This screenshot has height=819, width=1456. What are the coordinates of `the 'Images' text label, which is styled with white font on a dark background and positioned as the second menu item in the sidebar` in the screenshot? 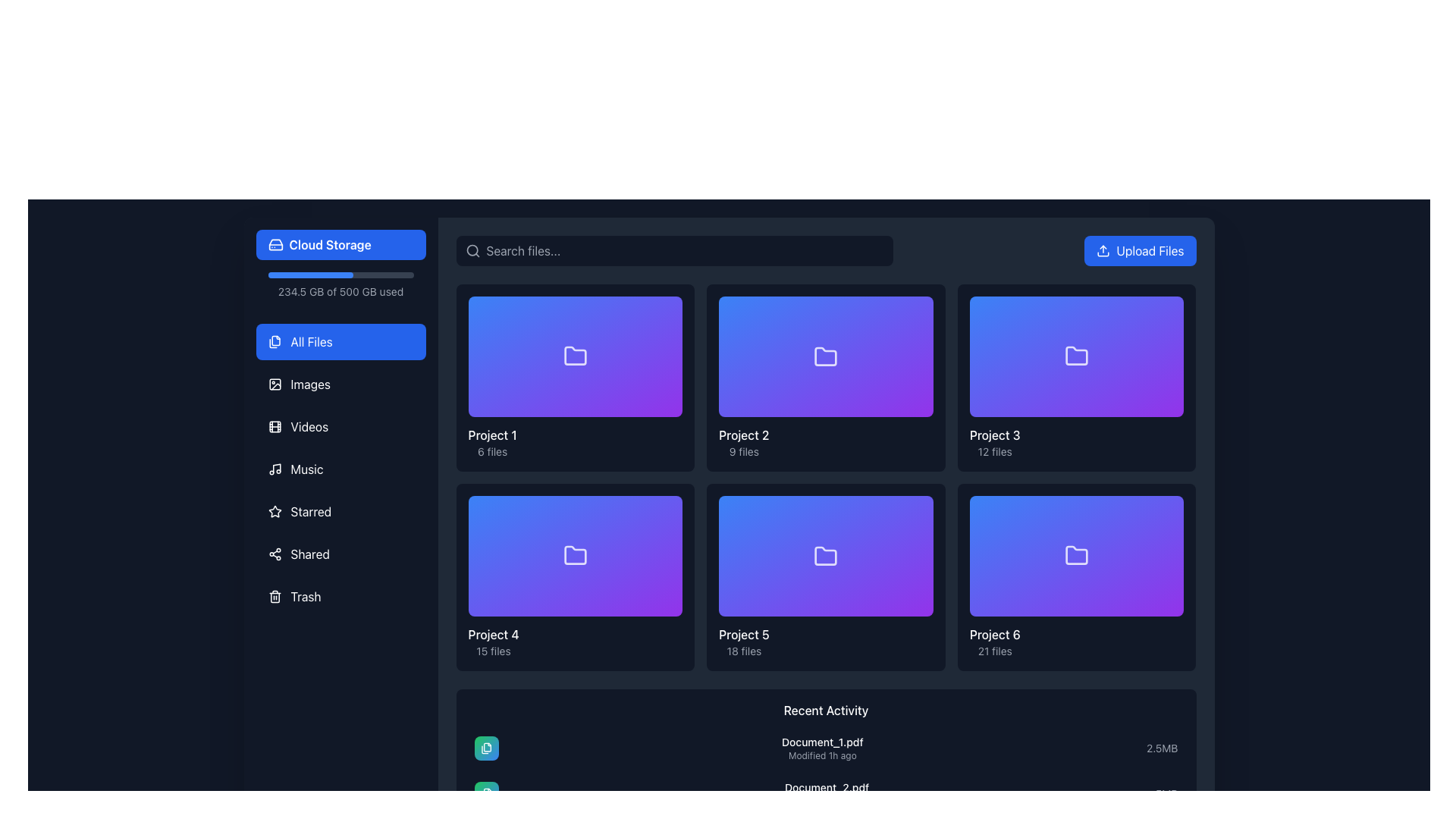 It's located at (309, 383).